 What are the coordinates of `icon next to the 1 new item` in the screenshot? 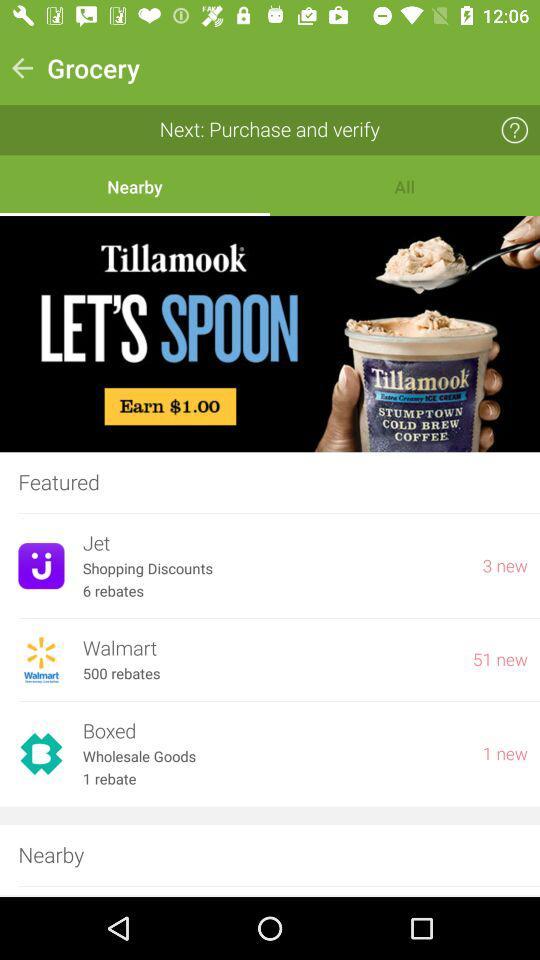 It's located at (272, 756).